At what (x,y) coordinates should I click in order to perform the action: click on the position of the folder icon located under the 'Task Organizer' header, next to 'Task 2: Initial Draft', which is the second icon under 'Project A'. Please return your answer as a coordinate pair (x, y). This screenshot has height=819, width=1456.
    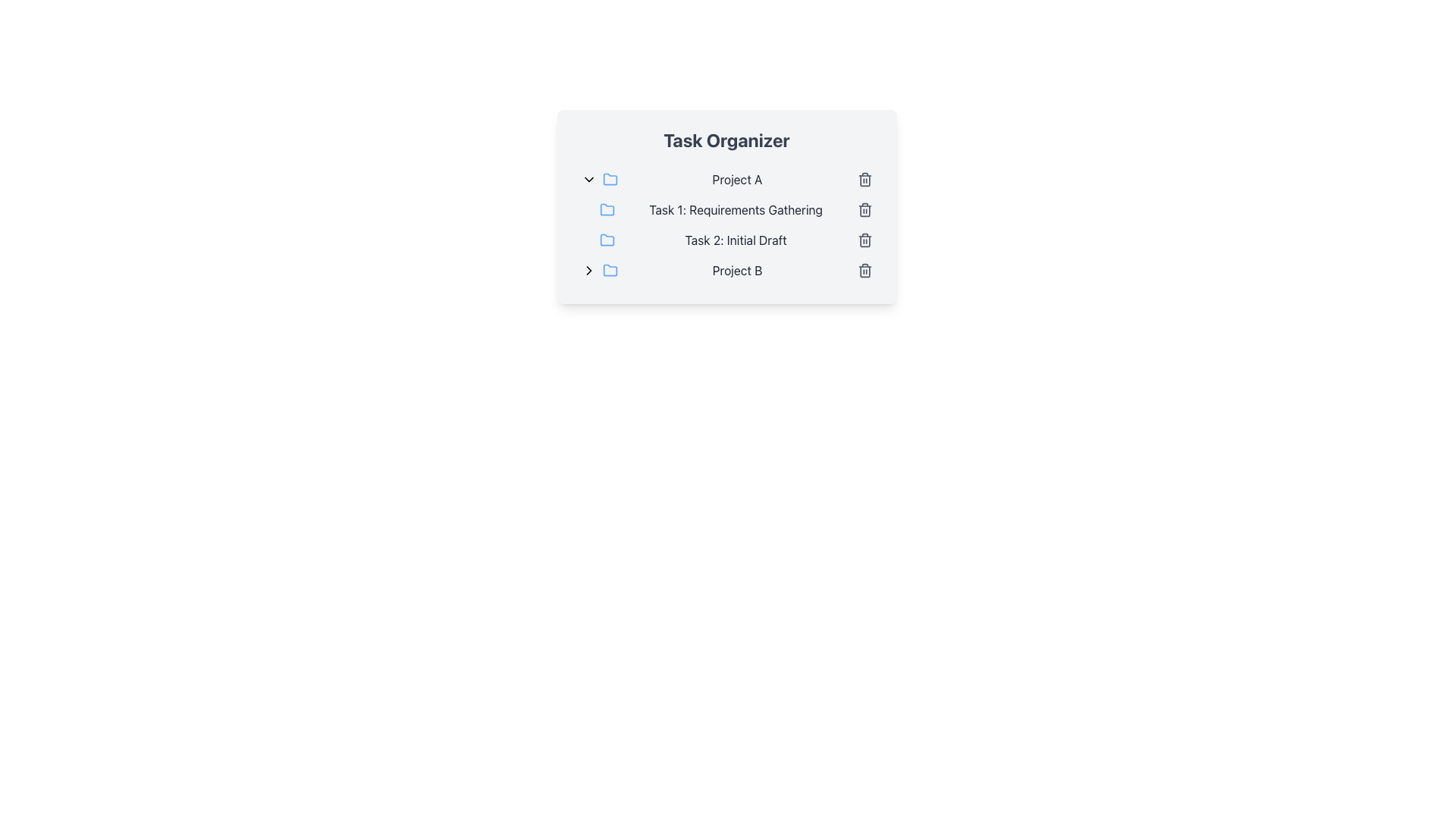
    Looking at the image, I should click on (607, 239).